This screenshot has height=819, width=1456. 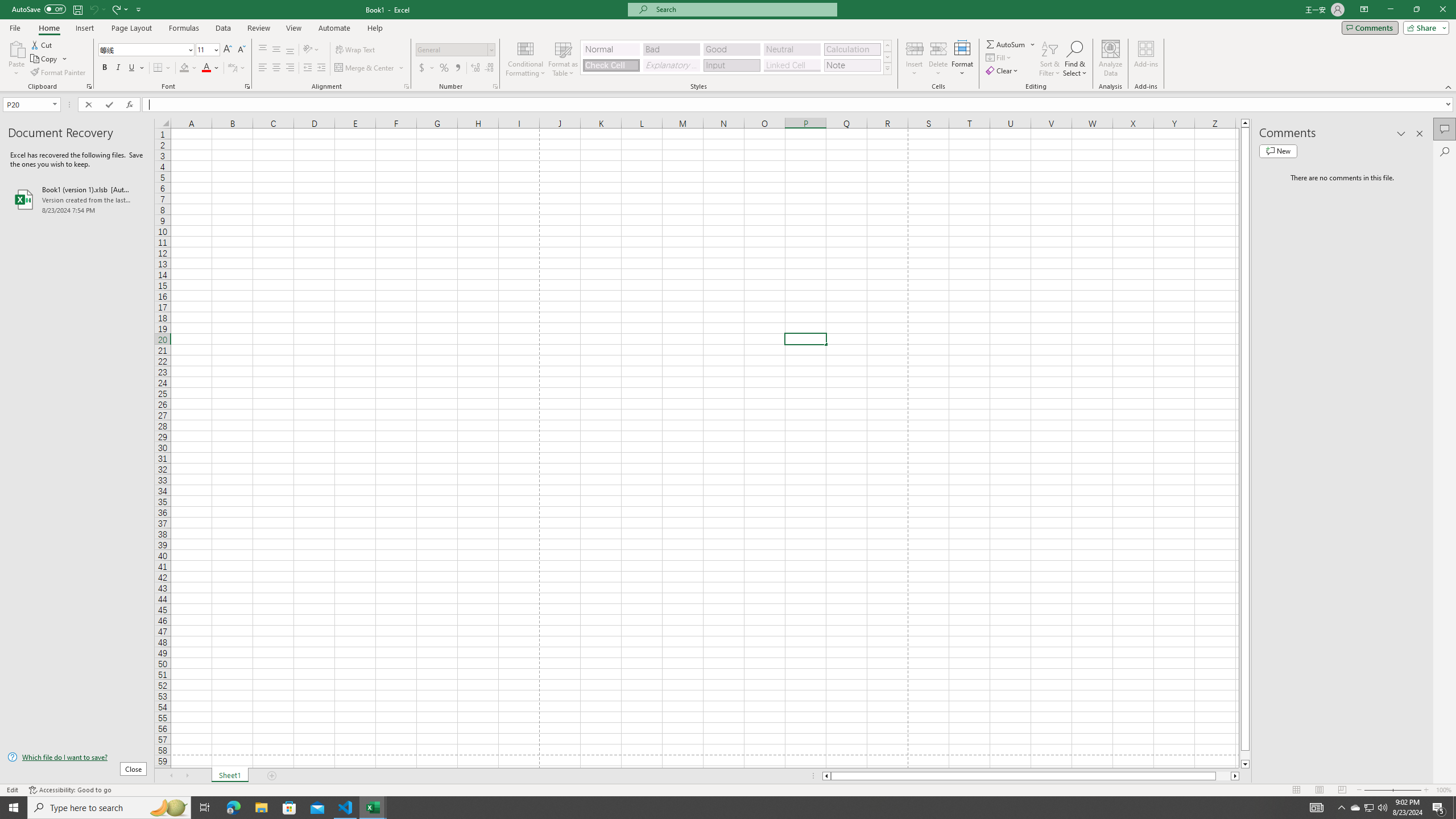 What do you see at coordinates (241, 49) in the screenshot?
I see `'Decrease Font Size'` at bounding box center [241, 49].